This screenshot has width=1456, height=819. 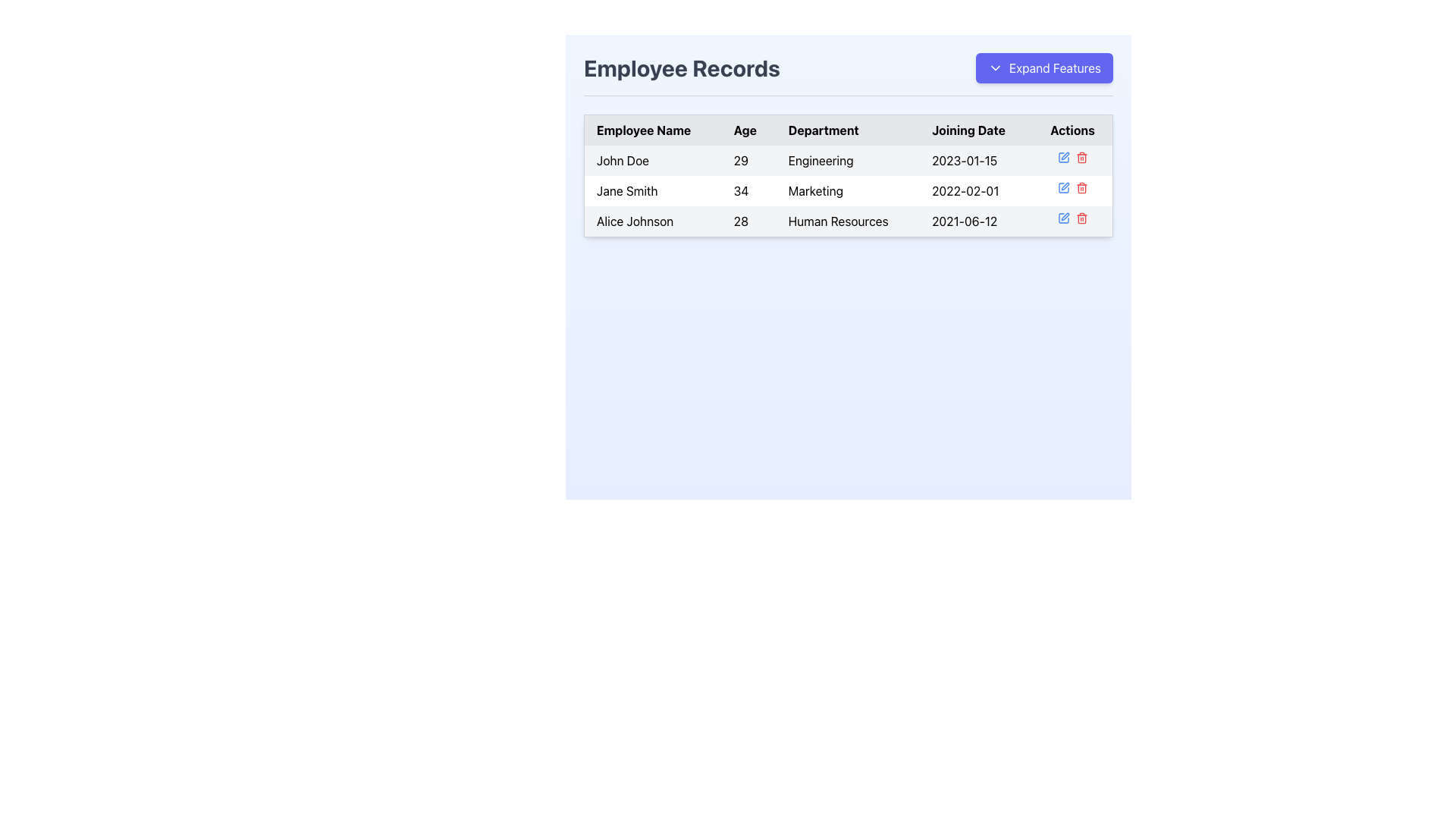 What do you see at coordinates (1063, 155) in the screenshot?
I see `the pen icon in the Actions column for the employee Jane Smith` at bounding box center [1063, 155].